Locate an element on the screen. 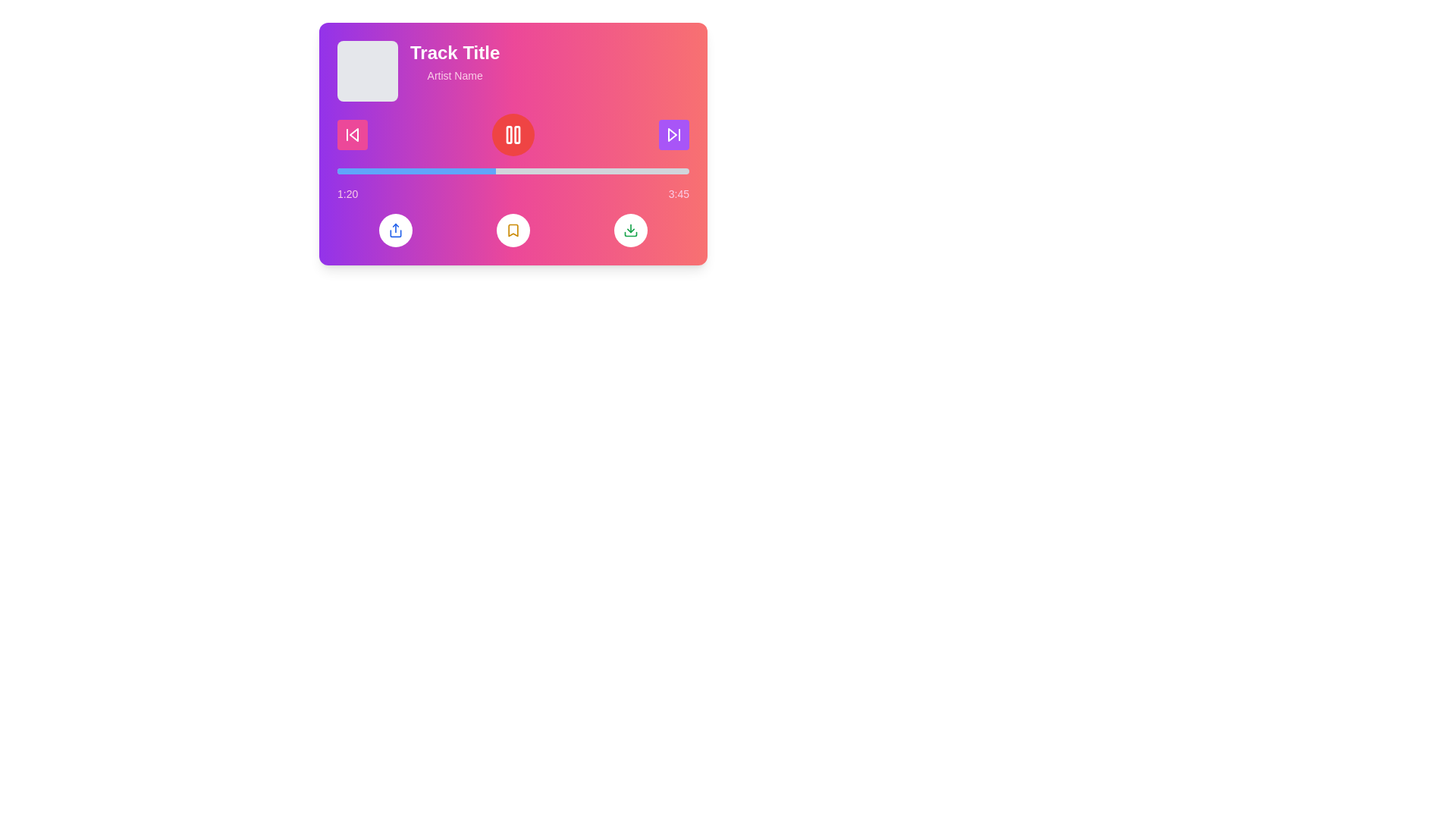  the bookmarking icon in the music player is located at coordinates (513, 231).